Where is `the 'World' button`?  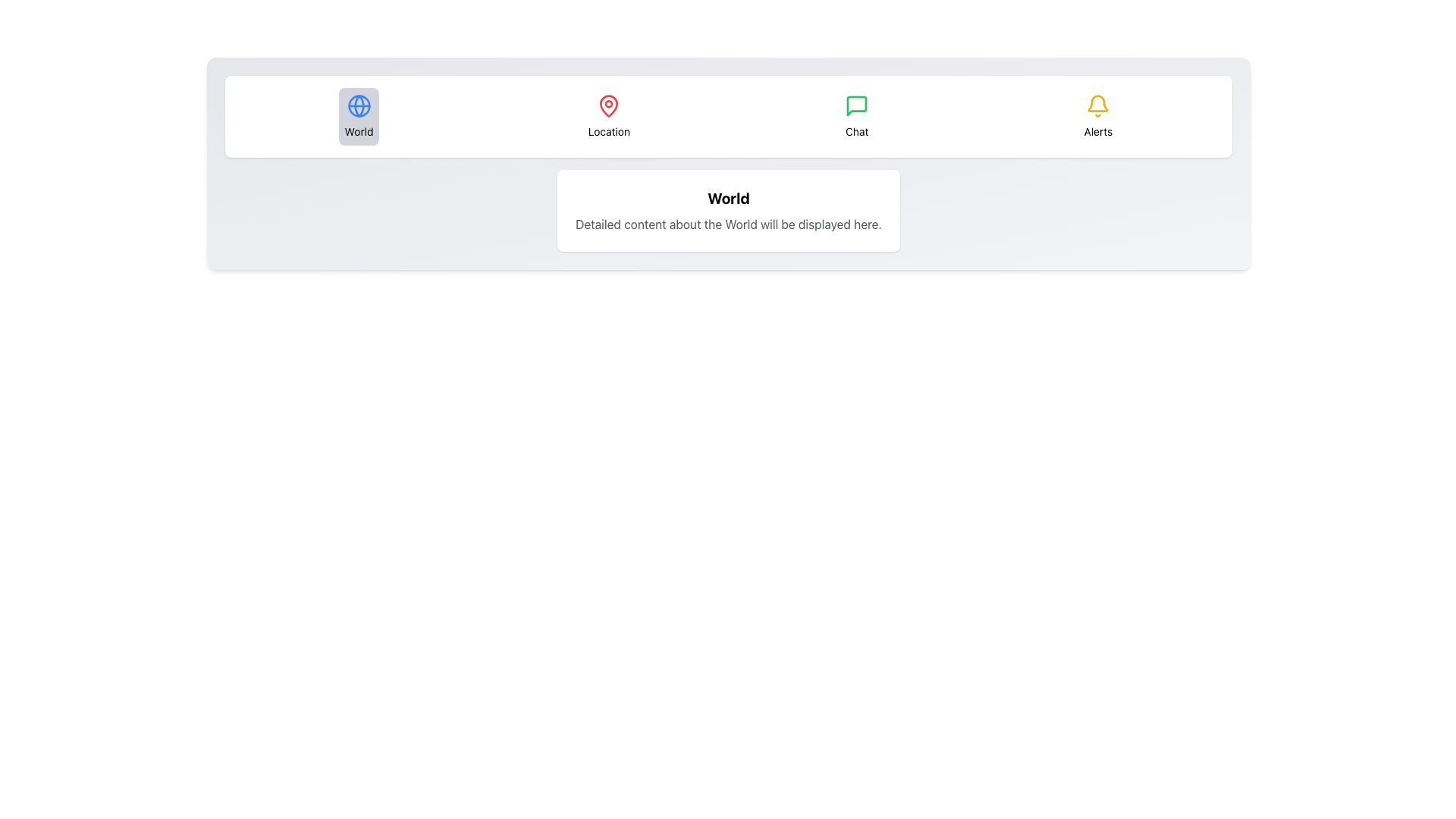 the 'World' button is located at coordinates (358, 116).